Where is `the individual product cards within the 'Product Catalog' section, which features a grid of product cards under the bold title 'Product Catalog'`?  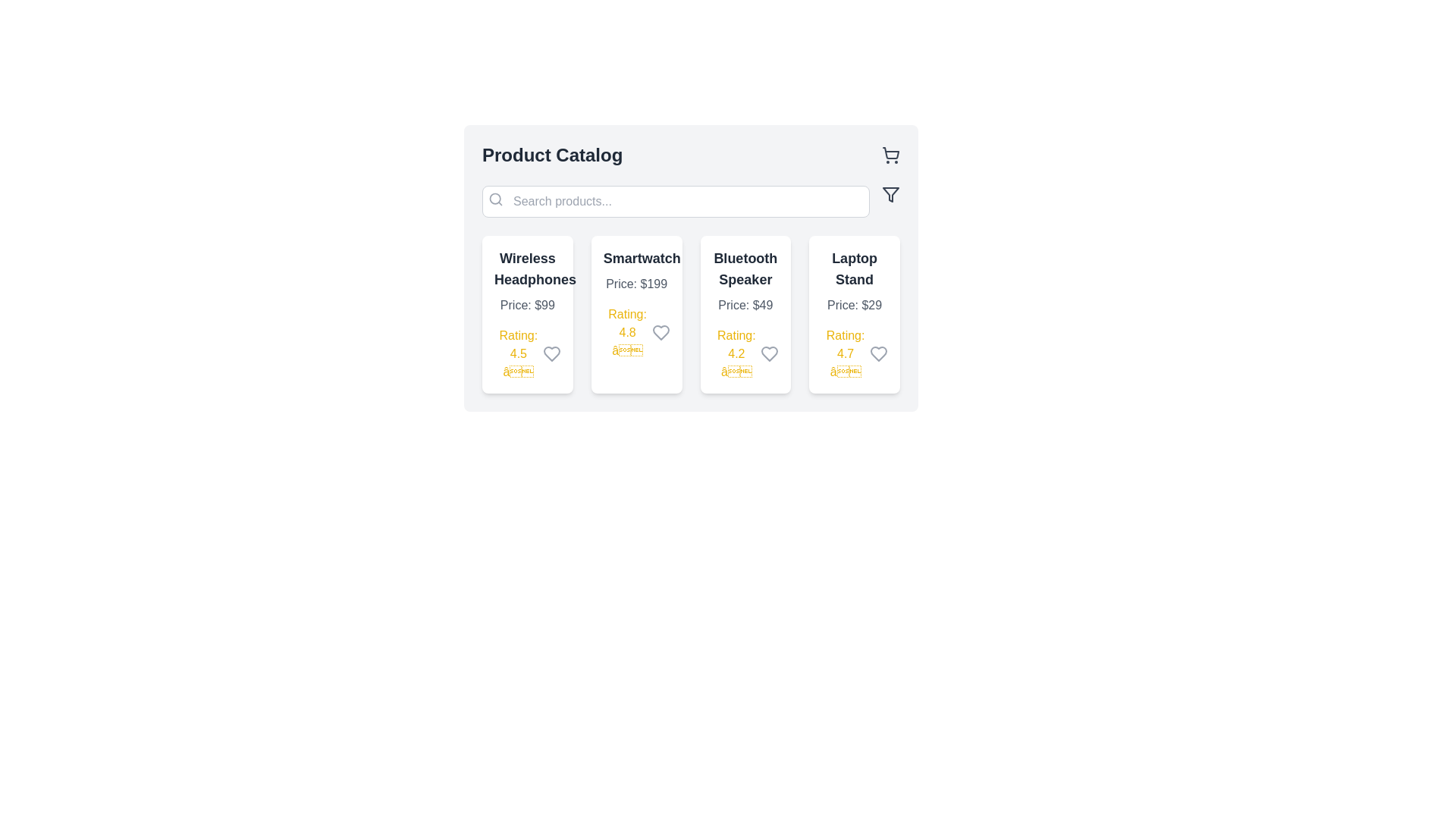 the individual product cards within the 'Product Catalog' section, which features a grid of product cards under the bold title 'Product Catalog' is located at coordinates (690, 268).